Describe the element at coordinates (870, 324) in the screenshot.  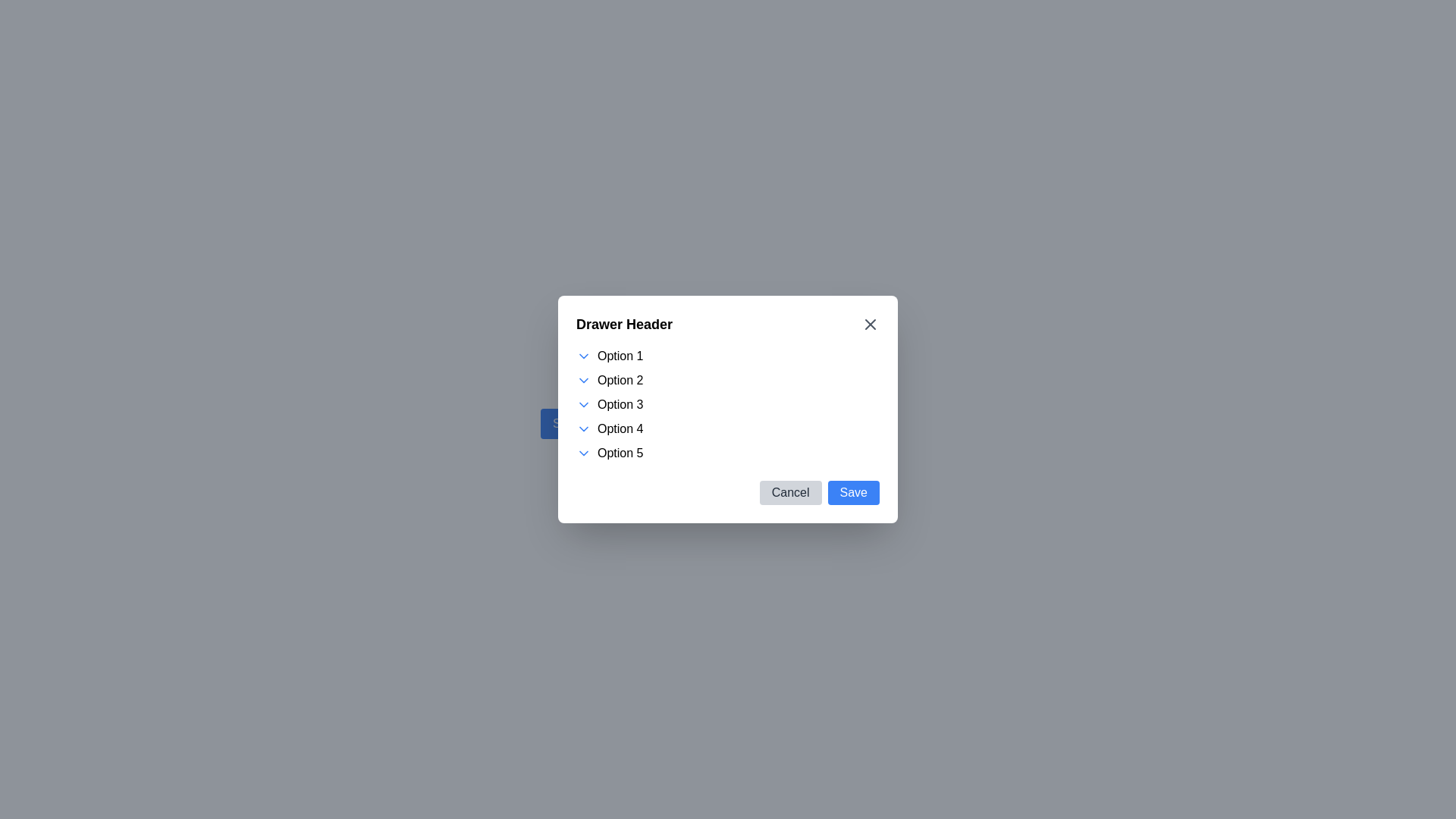
I see `the close button located at the top right corner of the modal window` at that location.